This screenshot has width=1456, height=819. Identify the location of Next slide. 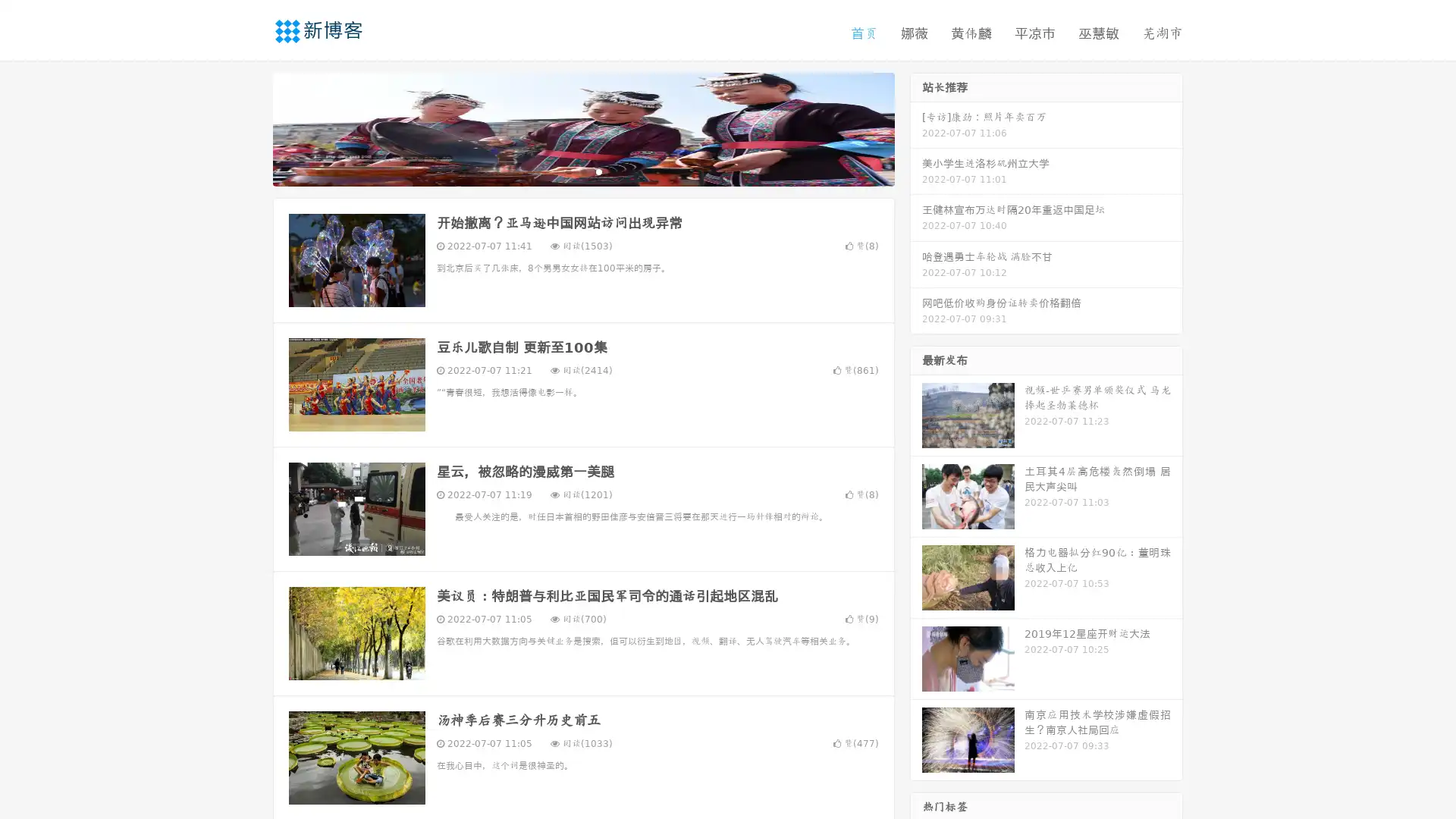
(916, 127).